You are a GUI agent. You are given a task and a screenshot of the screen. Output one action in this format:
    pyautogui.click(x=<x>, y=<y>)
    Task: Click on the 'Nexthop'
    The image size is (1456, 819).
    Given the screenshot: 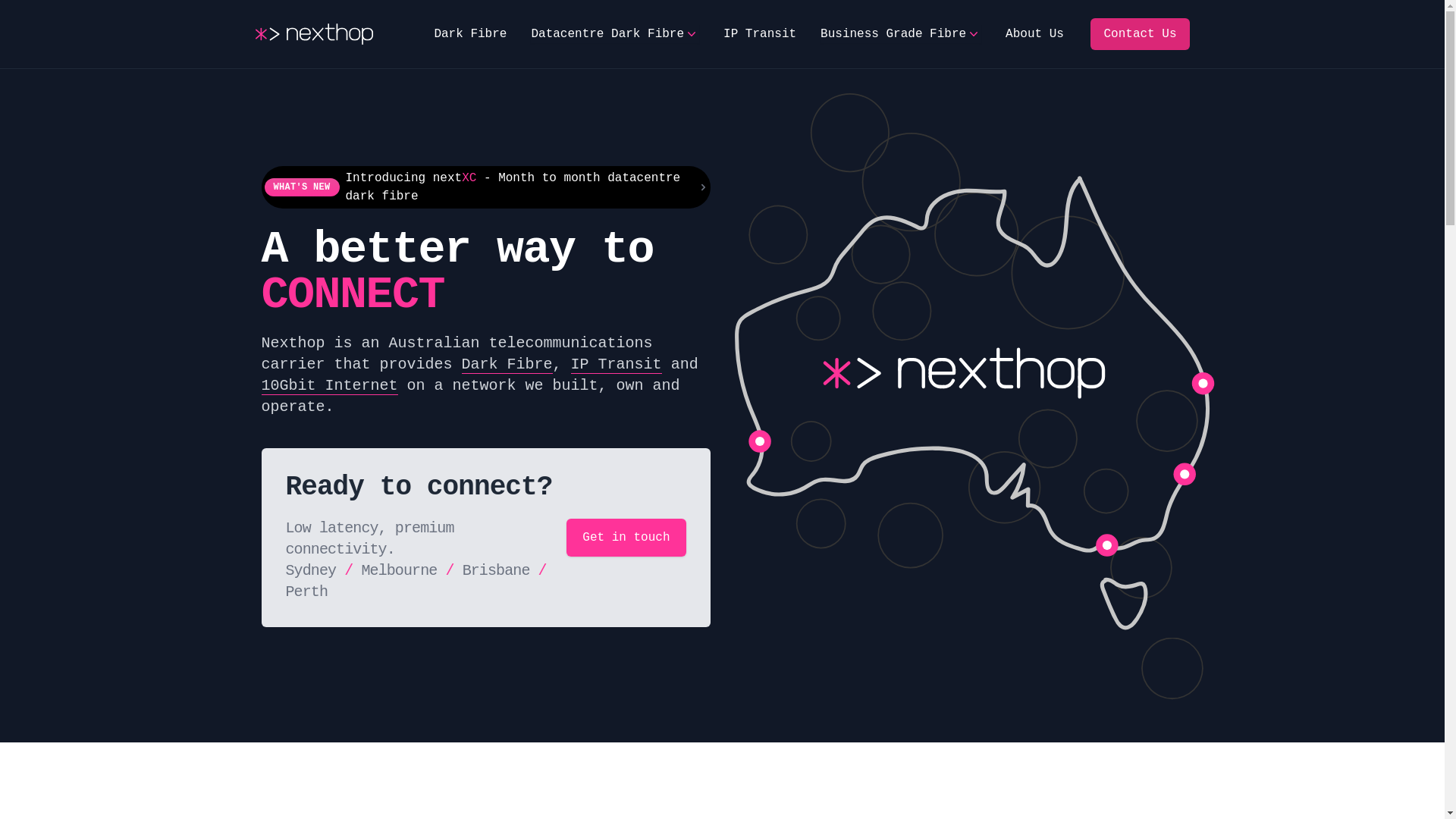 What is the action you would take?
    pyautogui.click(x=255, y=34)
    